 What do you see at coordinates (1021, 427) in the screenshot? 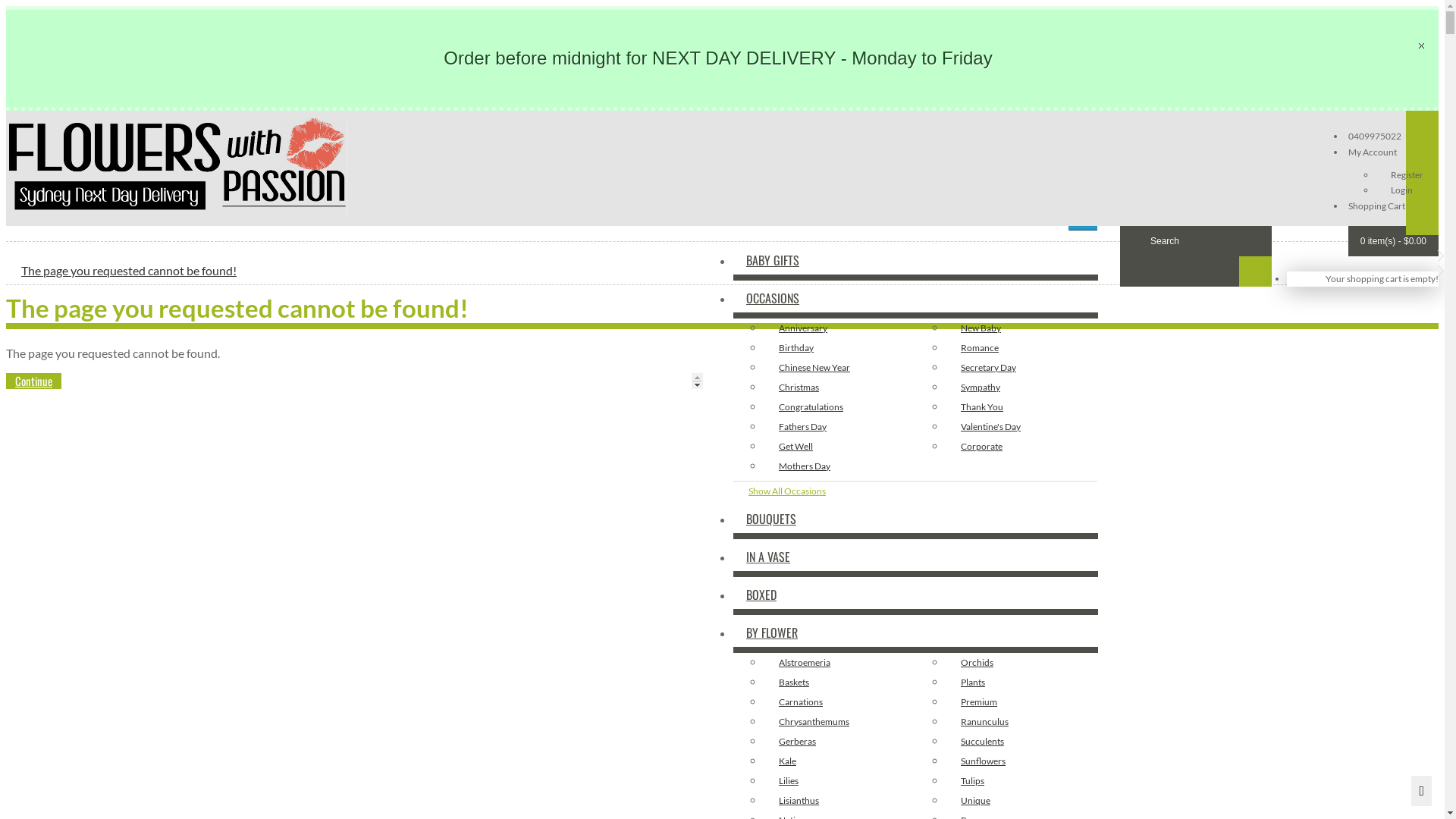
I see `'Valentine's Day'` at bounding box center [1021, 427].